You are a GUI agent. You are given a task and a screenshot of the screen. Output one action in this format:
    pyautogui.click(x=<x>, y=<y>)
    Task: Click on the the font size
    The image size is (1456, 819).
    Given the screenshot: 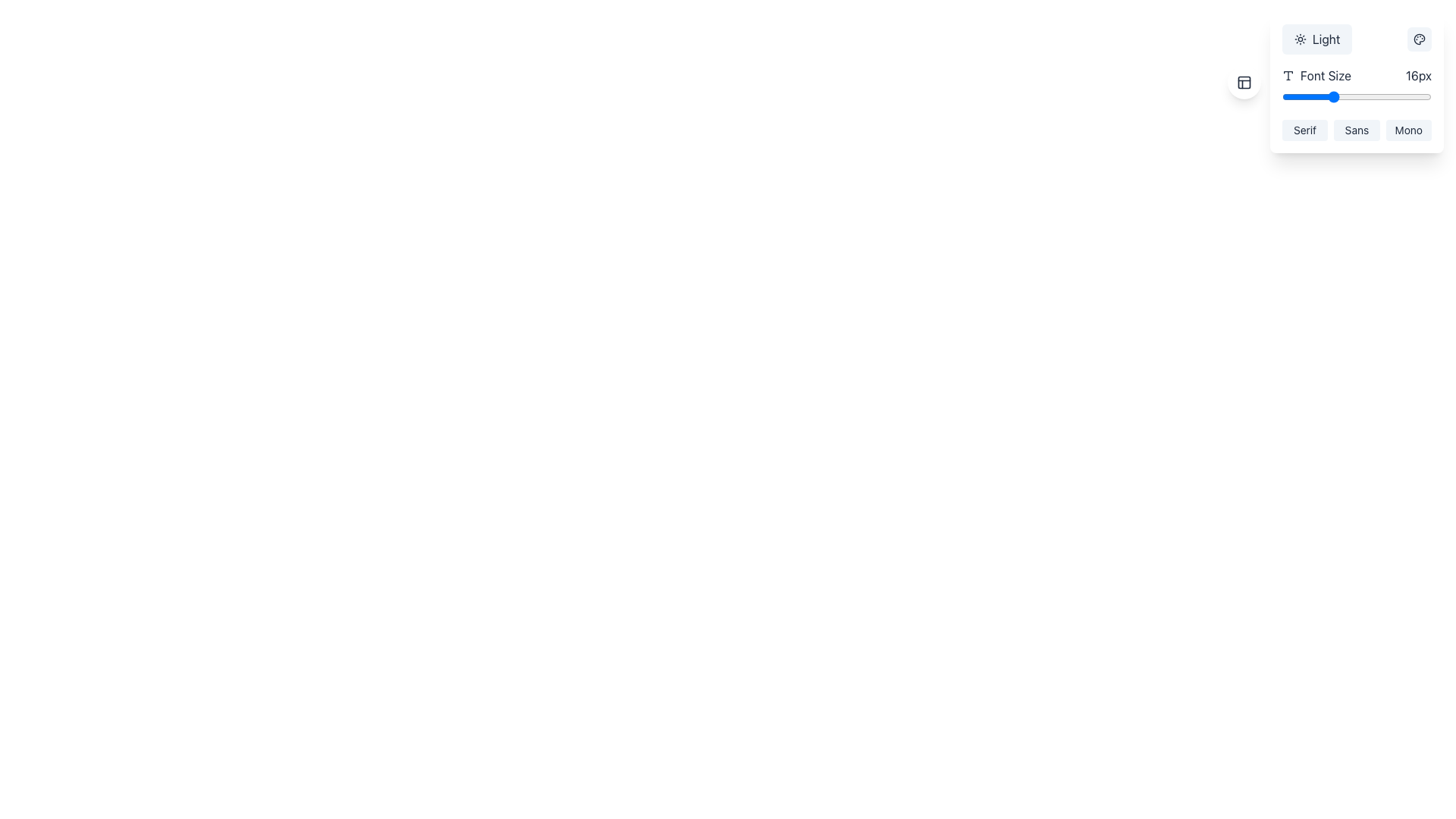 What is the action you would take?
    pyautogui.click(x=1319, y=96)
    